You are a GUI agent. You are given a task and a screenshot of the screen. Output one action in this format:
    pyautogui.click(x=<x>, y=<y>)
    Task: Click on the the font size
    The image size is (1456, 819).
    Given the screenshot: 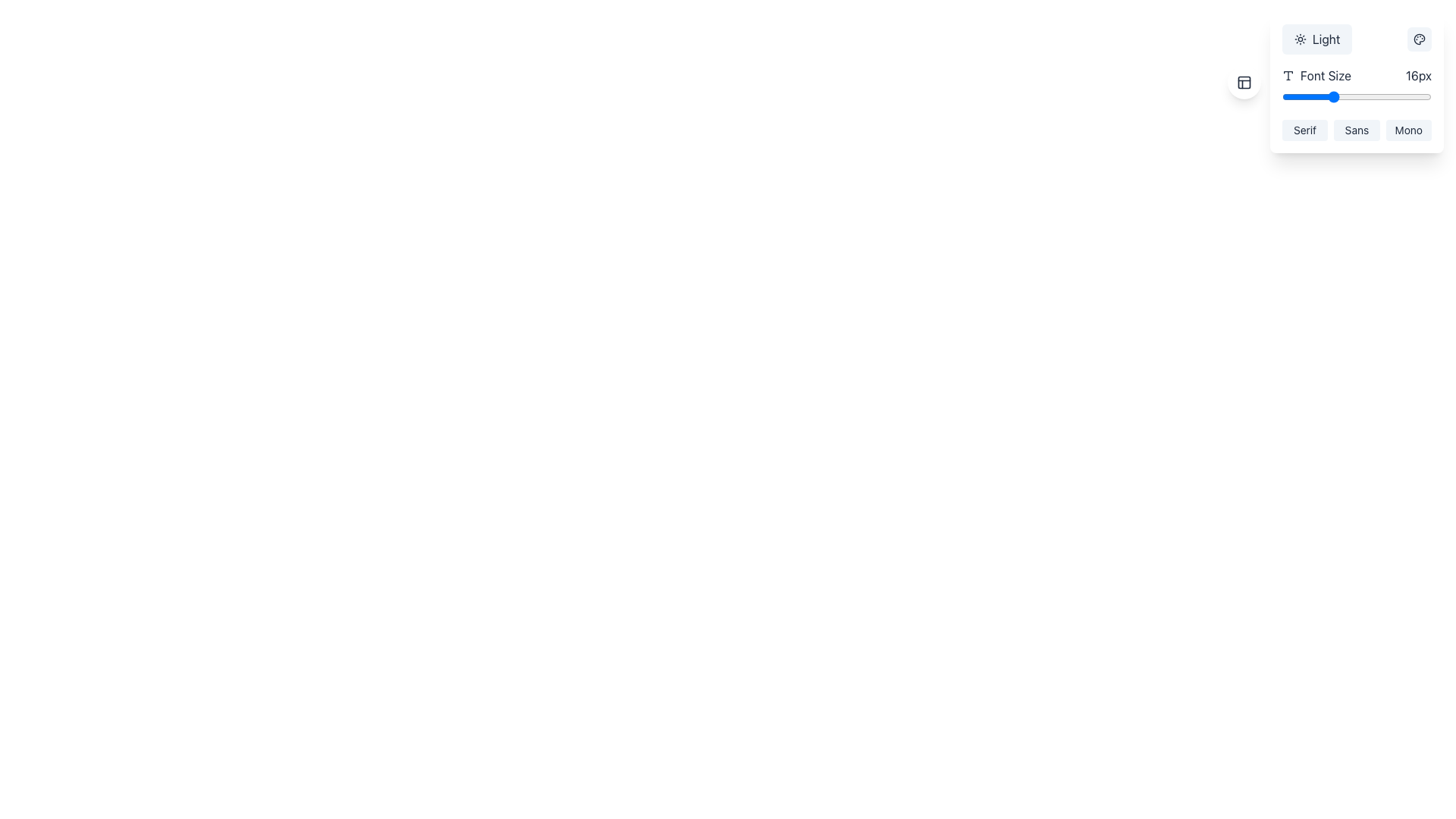 What is the action you would take?
    pyautogui.click(x=1319, y=96)
    